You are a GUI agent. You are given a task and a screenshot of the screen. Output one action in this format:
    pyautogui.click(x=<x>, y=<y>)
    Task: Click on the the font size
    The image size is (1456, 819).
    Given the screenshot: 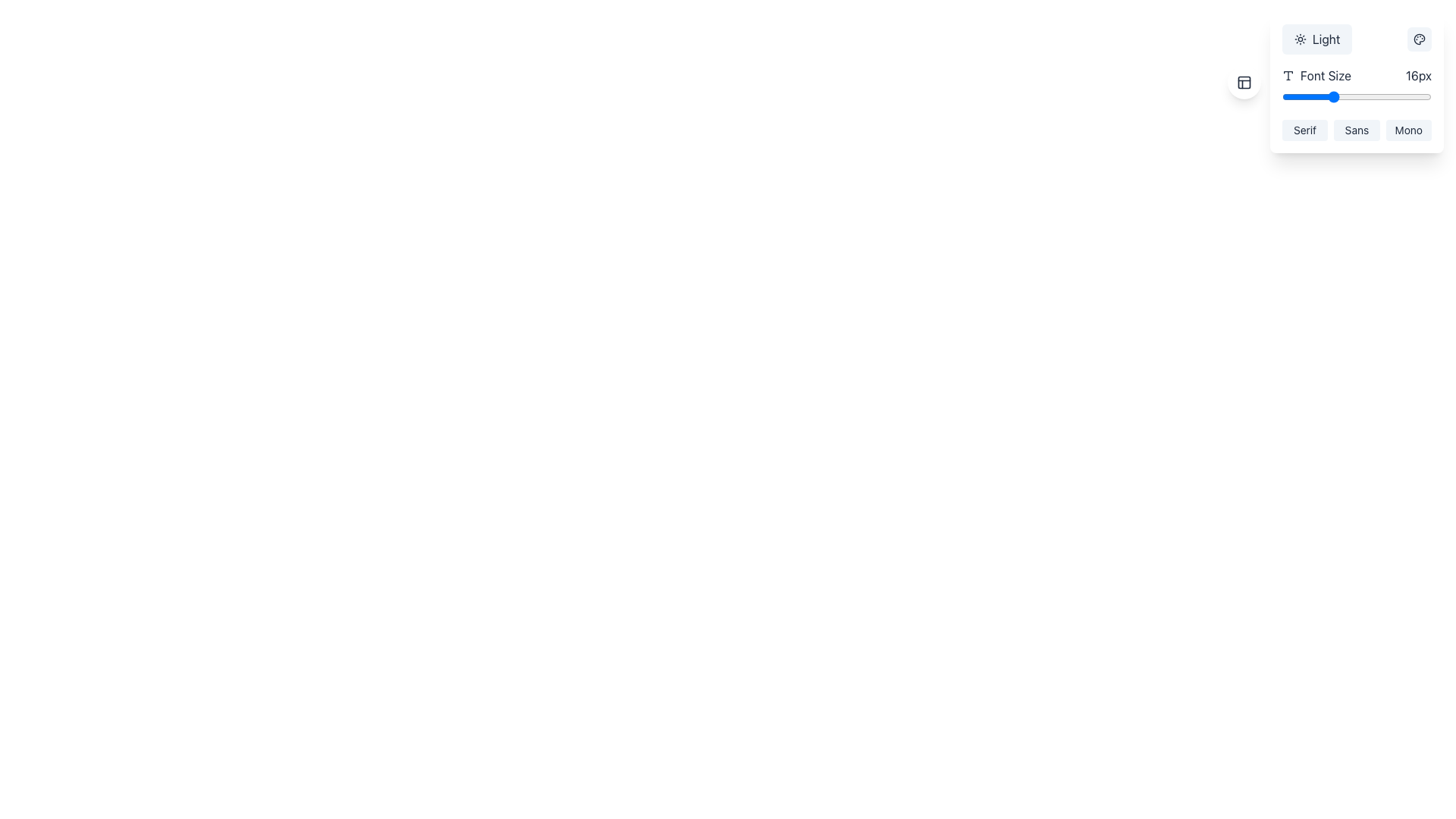 What is the action you would take?
    pyautogui.click(x=1319, y=96)
    